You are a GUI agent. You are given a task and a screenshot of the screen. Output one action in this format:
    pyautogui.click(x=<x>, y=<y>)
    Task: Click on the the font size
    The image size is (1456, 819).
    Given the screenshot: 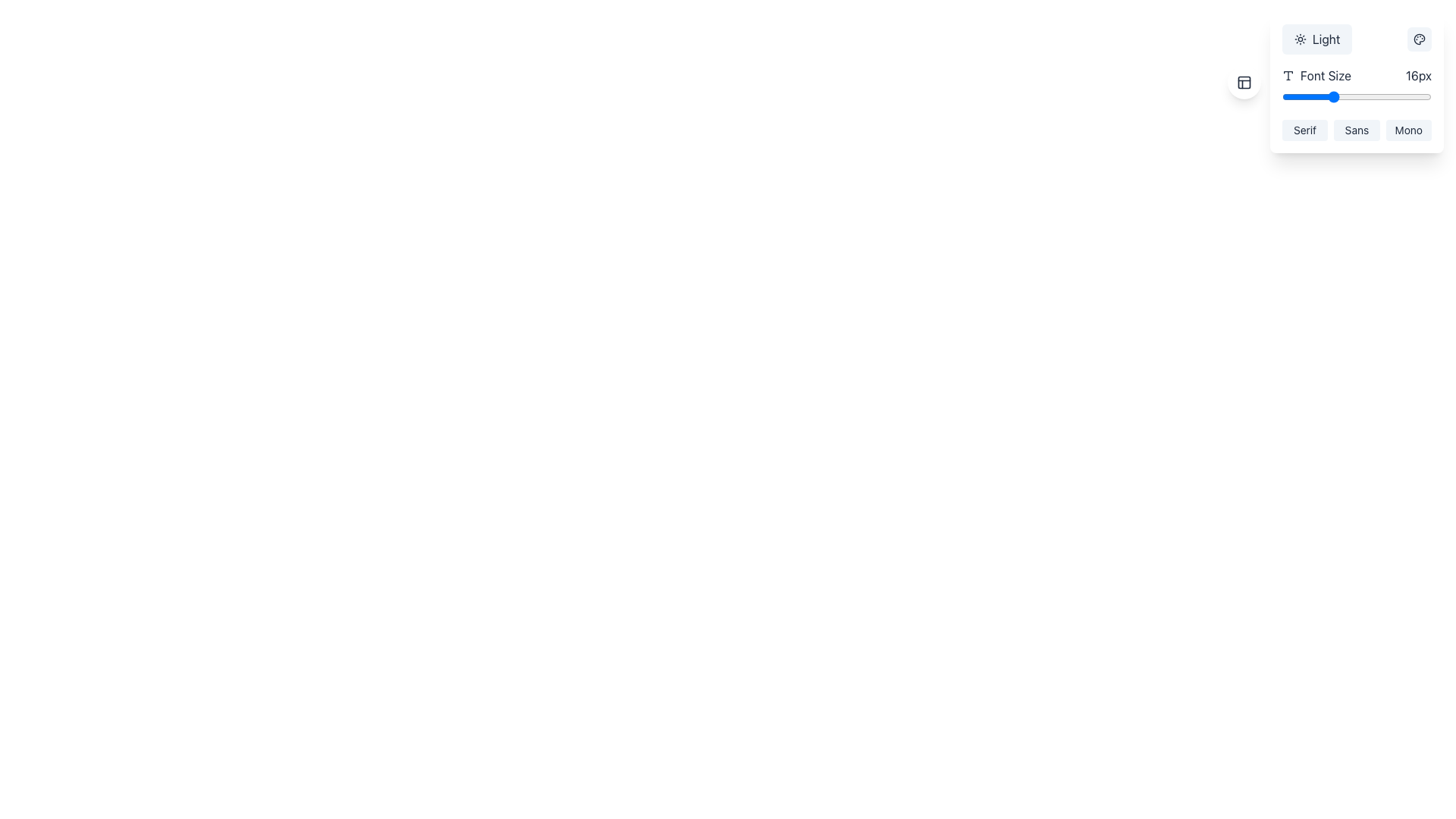 What is the action you would take?
    pyautogui.click(x=1319, y=96)
    